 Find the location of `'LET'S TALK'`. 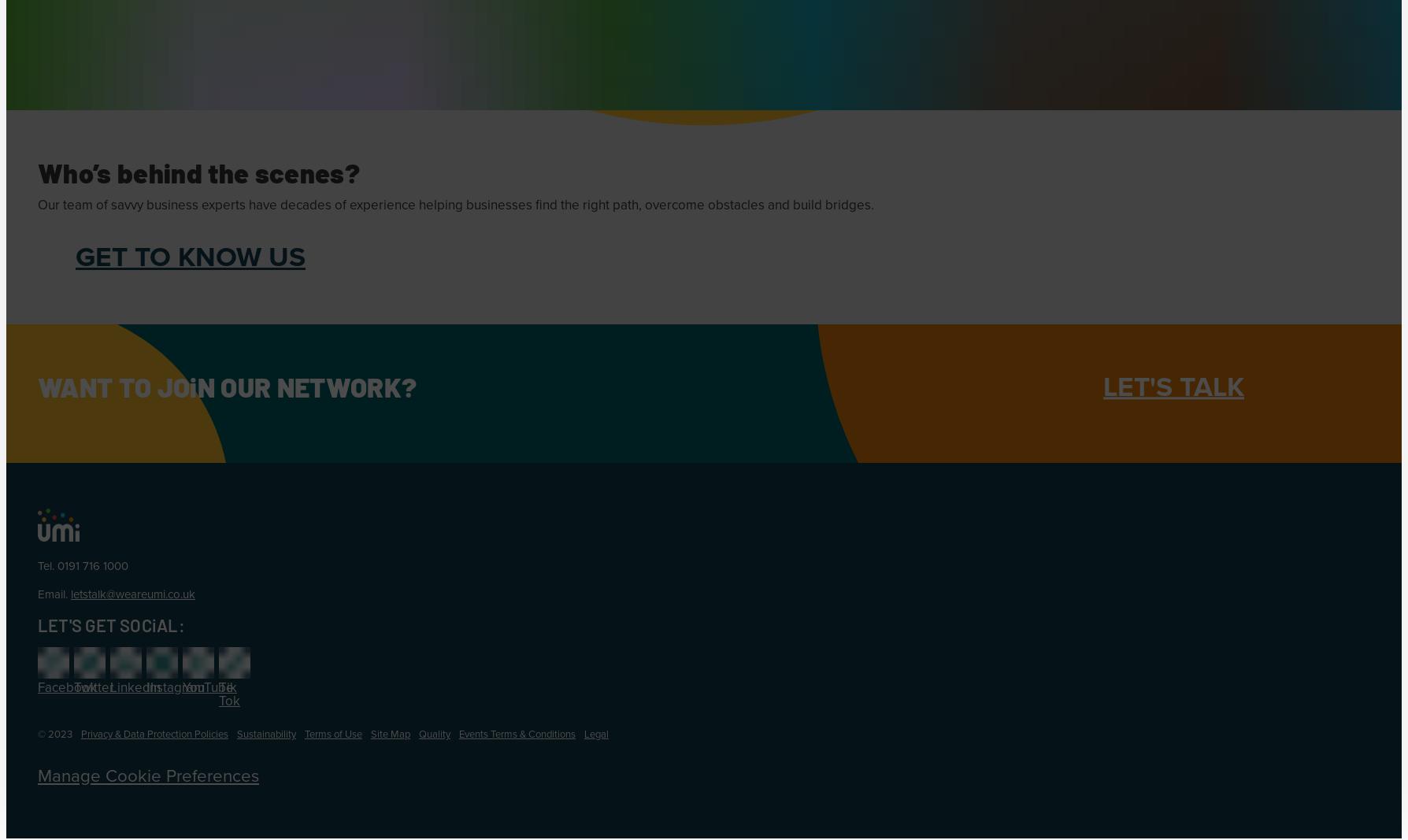

'LET'S TALK' is located at coordinates (1173, 386).